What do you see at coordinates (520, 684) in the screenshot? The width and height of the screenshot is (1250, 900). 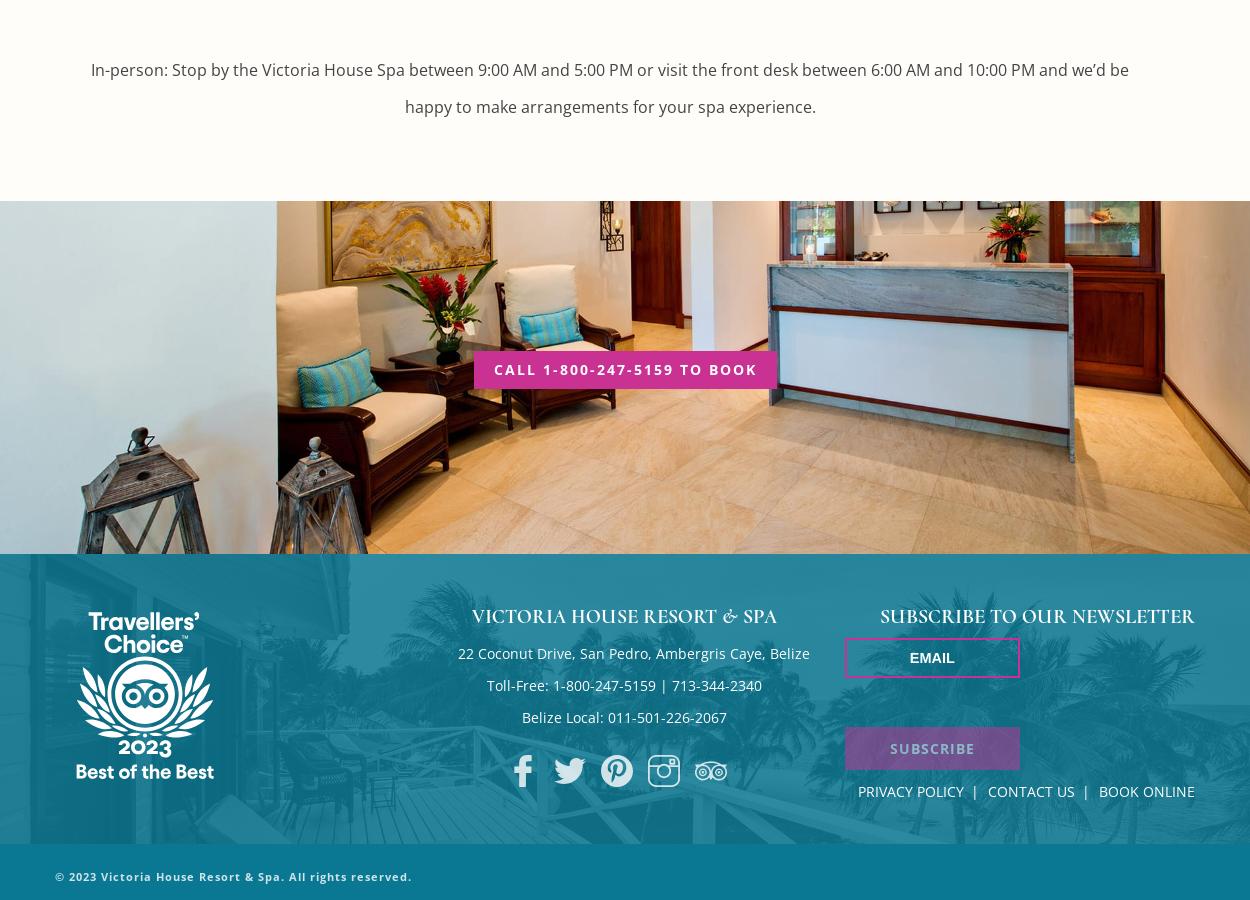 I see `'Toll-Free:'` at bounding box center [520, 684].